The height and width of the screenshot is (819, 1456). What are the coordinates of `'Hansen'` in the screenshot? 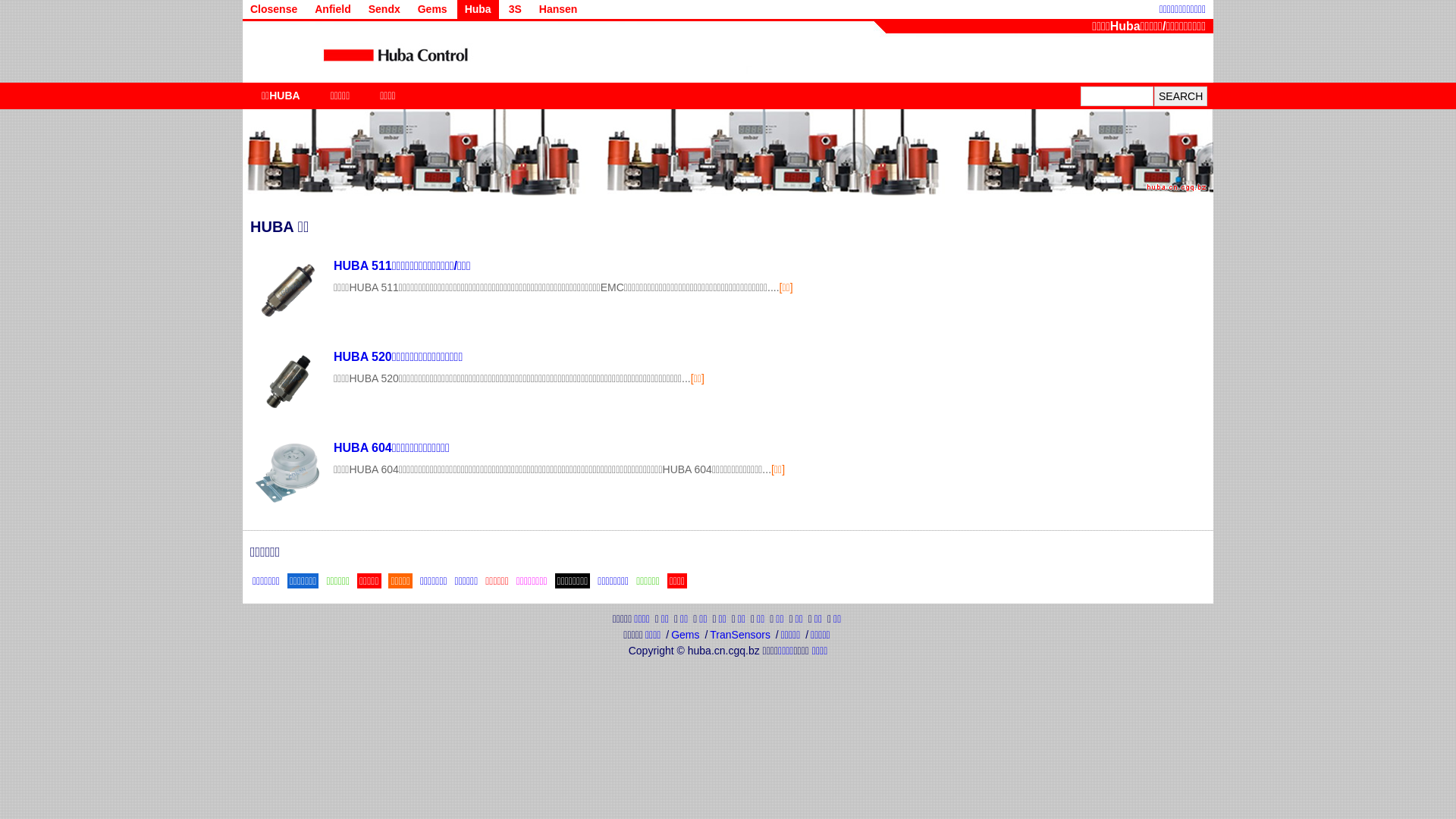 It's located at (531, 9).